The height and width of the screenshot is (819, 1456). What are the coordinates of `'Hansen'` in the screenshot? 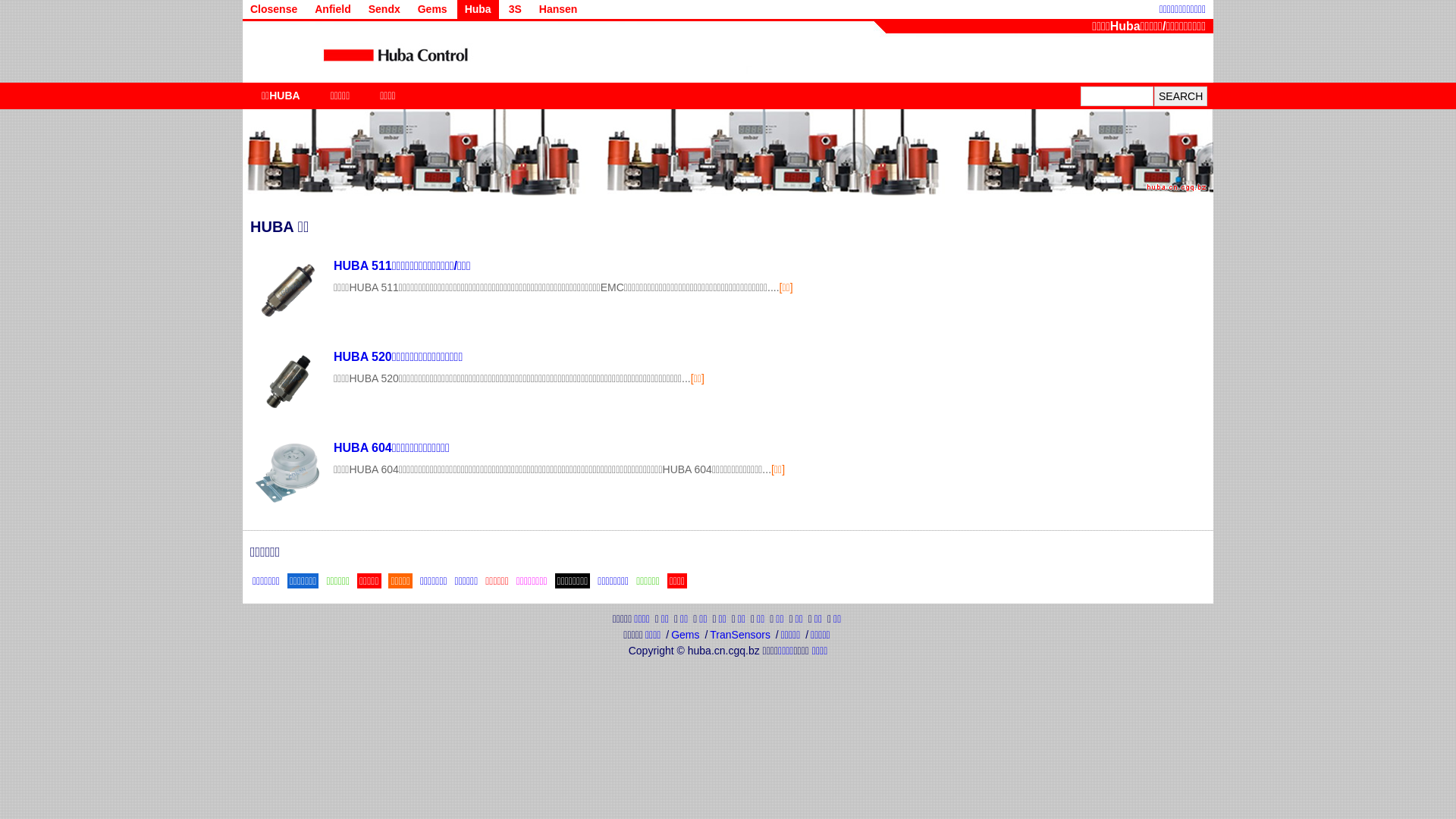 It's located at (531, 9).